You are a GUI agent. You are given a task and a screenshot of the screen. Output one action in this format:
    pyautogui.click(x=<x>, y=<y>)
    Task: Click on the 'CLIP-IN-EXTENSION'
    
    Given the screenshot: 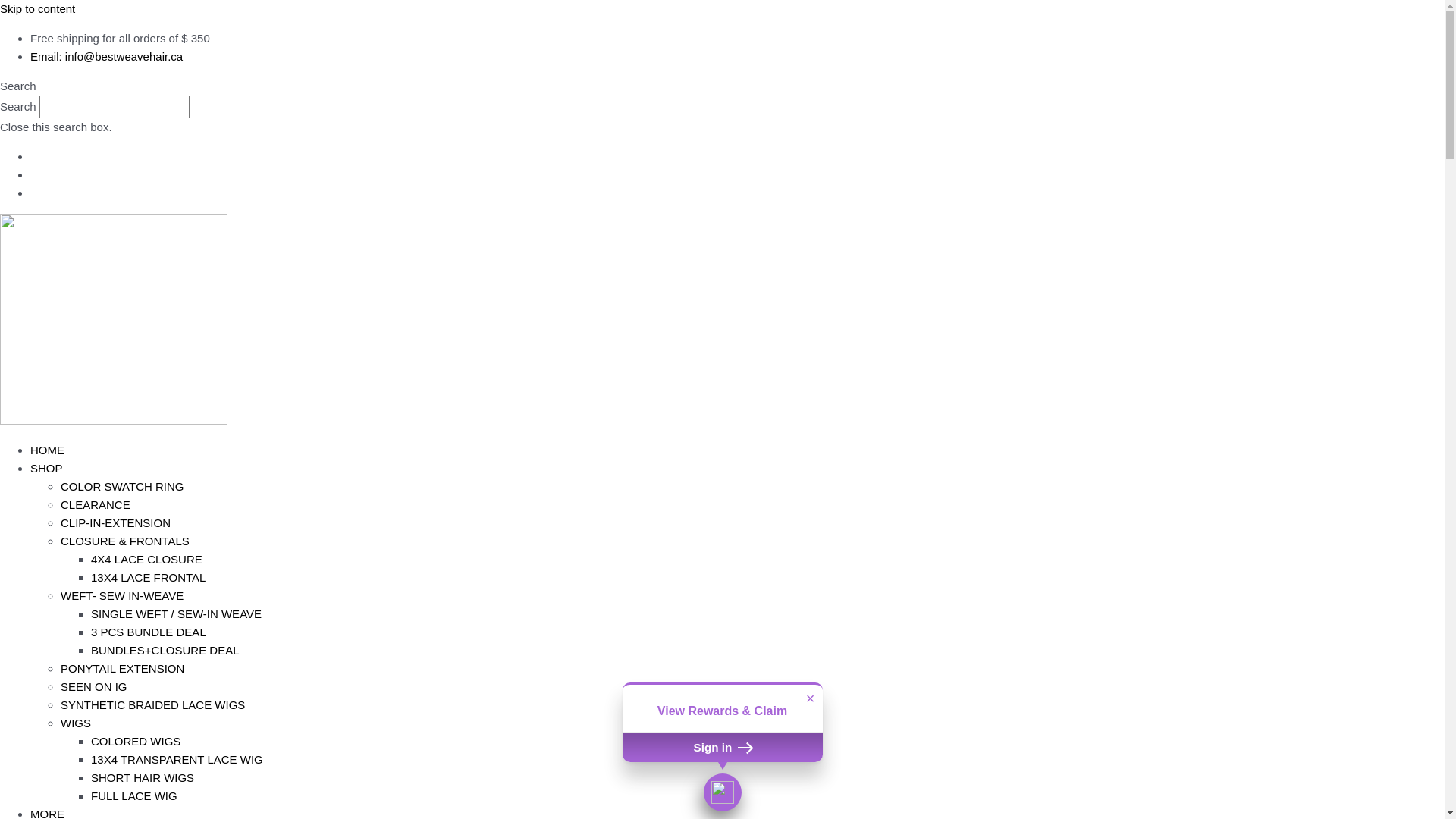 What is the action you would take?
    pyautogui.click(x=115, y=522)
    